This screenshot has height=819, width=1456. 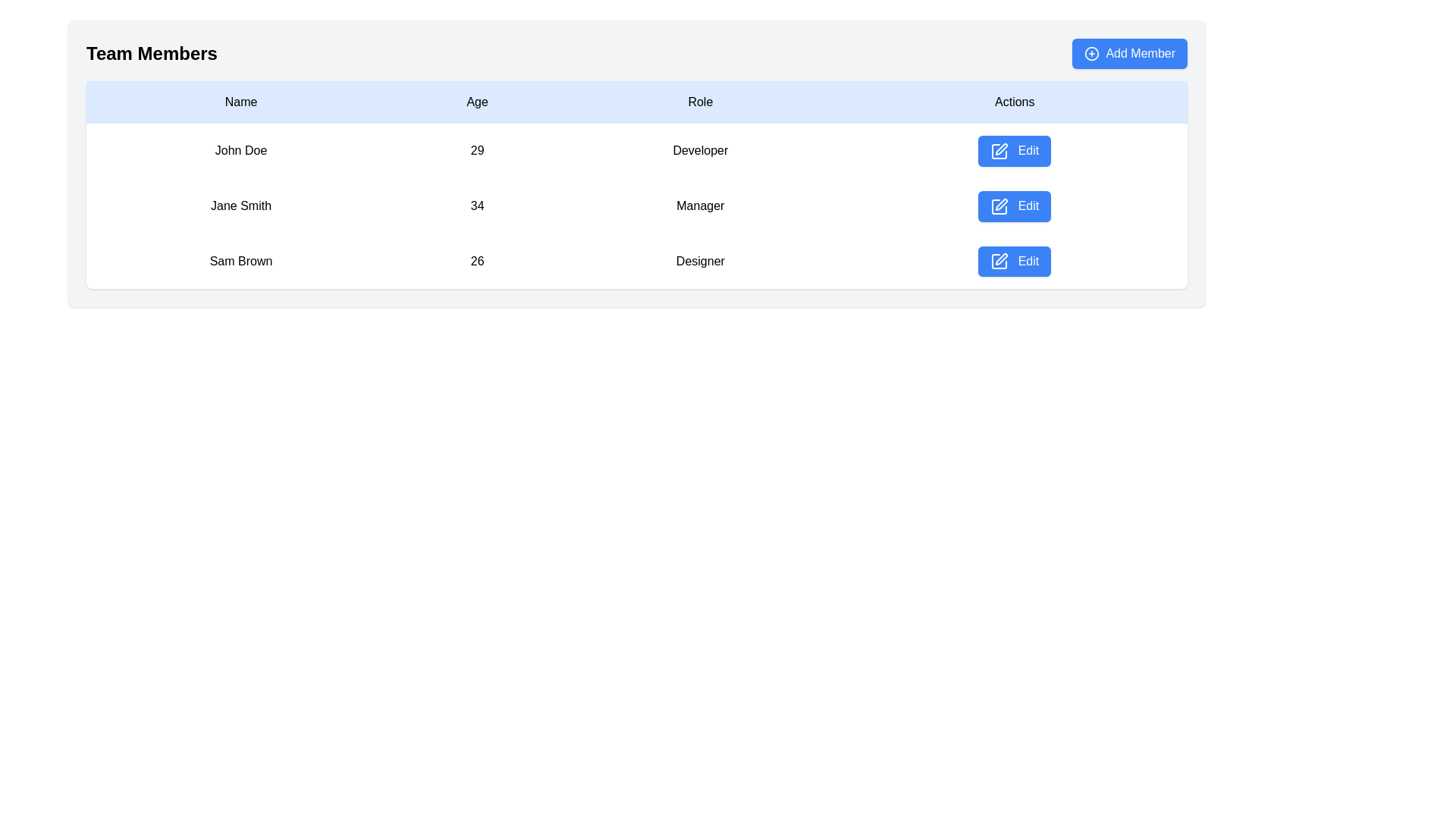 I want to click on the 'Edit' button with the white pen symbol for Jane Smith, located, so click(x=999, y=206).